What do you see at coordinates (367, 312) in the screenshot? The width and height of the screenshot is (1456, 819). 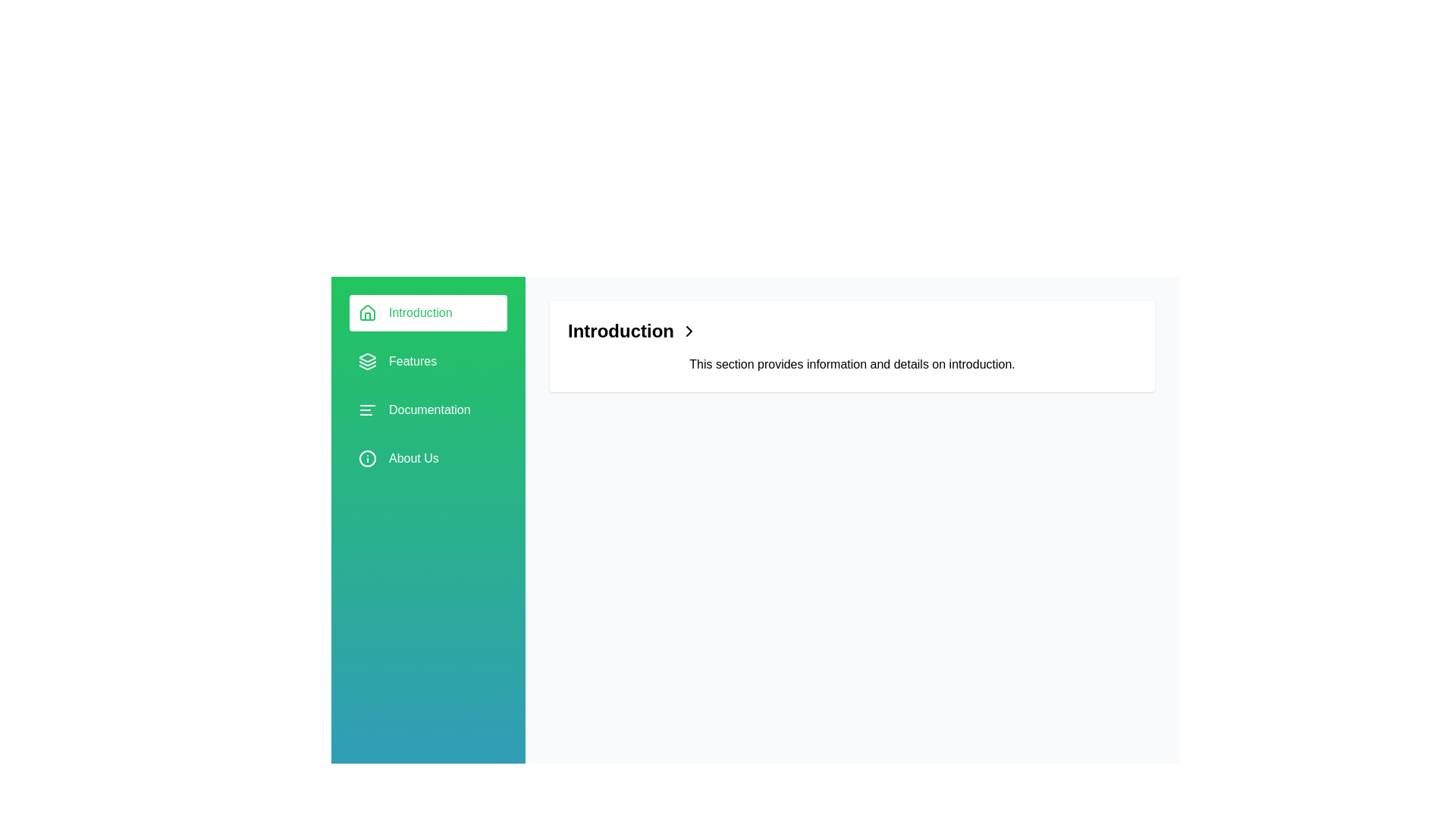 I see `the house-shaped icon in the navigation menu adjacent to the 'Introduction' label` at bounding box center [367, 312].